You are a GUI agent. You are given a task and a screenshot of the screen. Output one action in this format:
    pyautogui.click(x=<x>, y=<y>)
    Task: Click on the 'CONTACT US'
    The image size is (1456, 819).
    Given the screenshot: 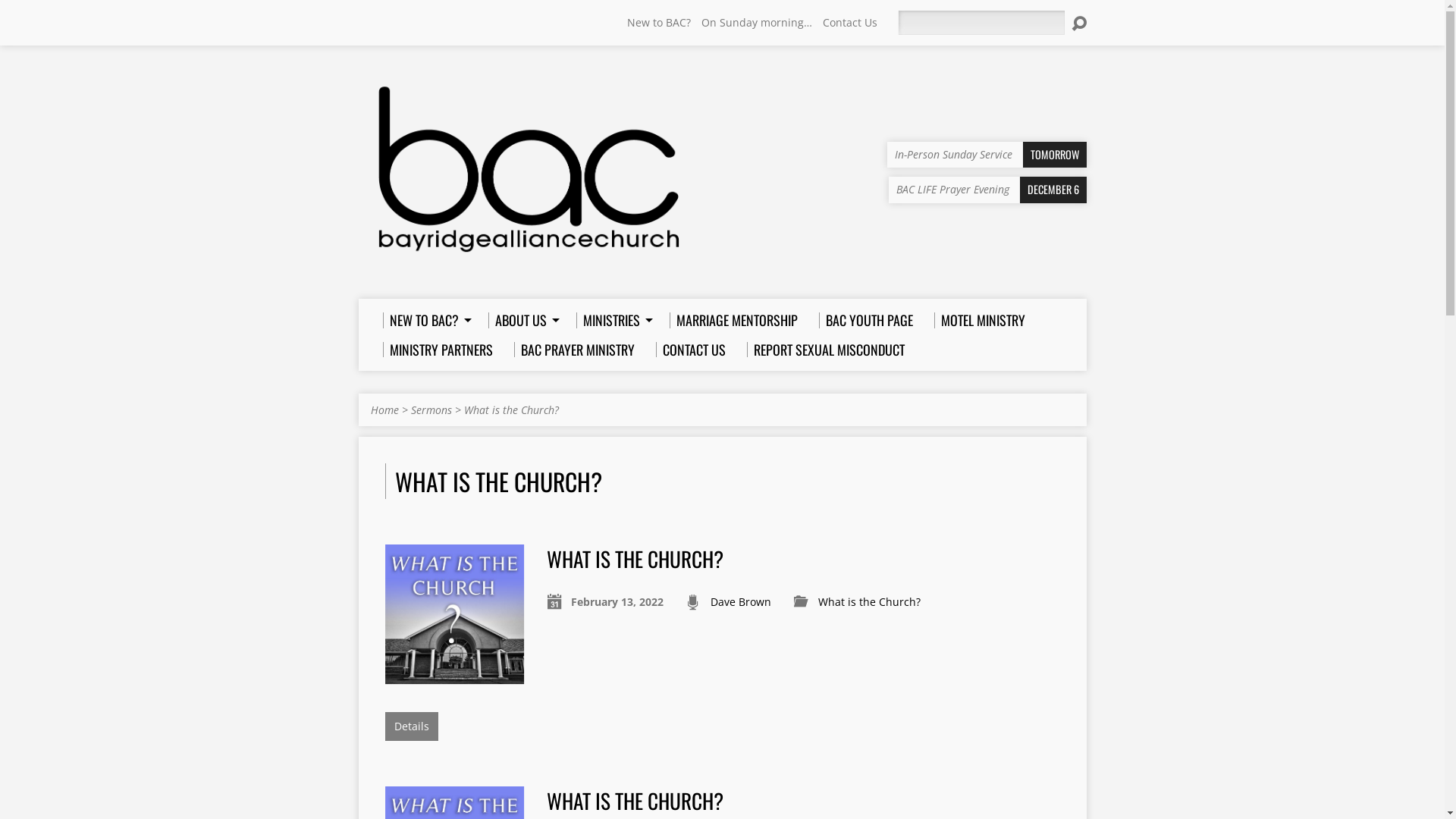 What is the action you would take?
    pyautogui.click(x=689, y=350)
    